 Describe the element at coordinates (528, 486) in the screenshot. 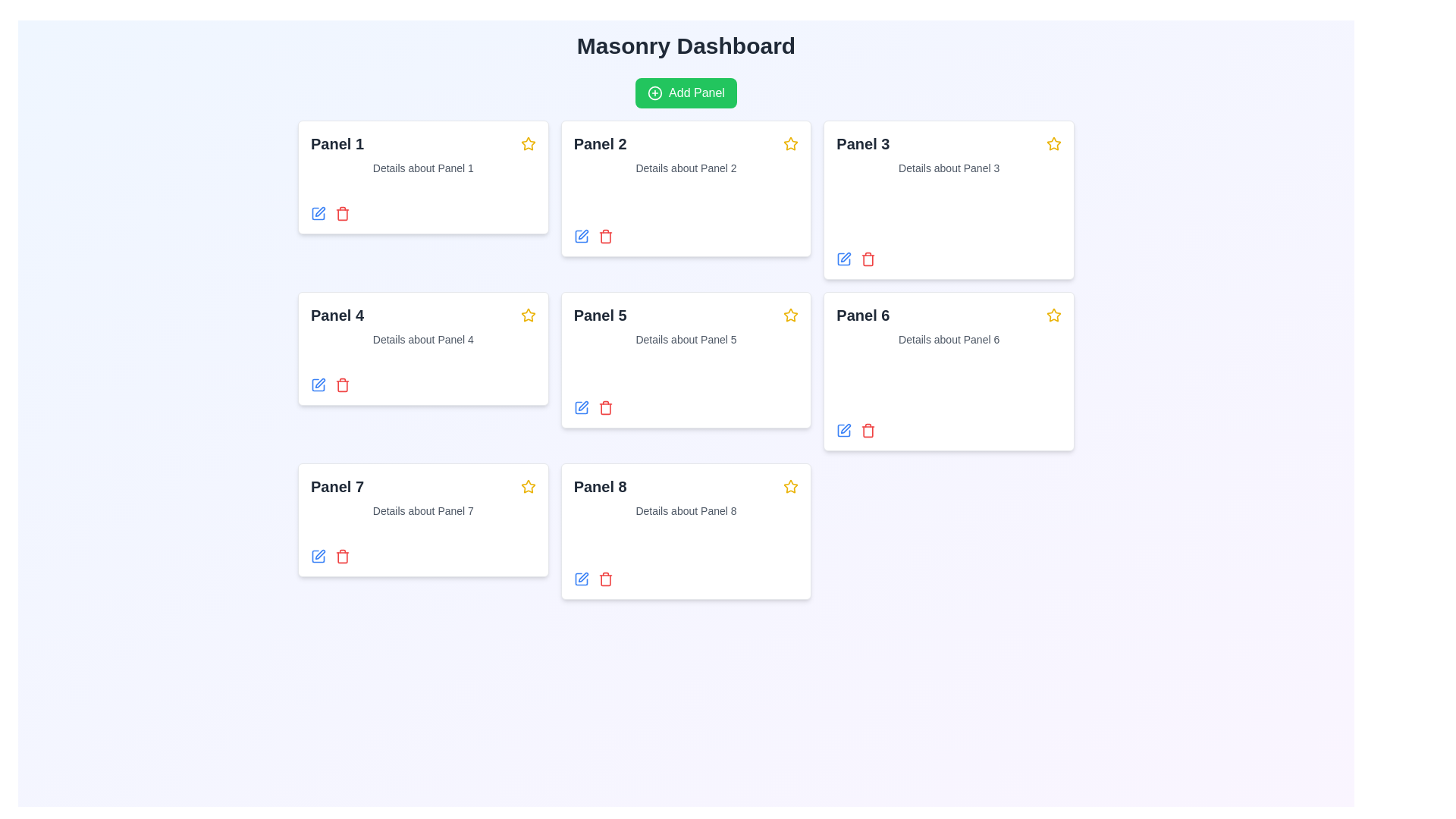

I see `the star button in the upper-right corner of 'Panel 7'` at that location.